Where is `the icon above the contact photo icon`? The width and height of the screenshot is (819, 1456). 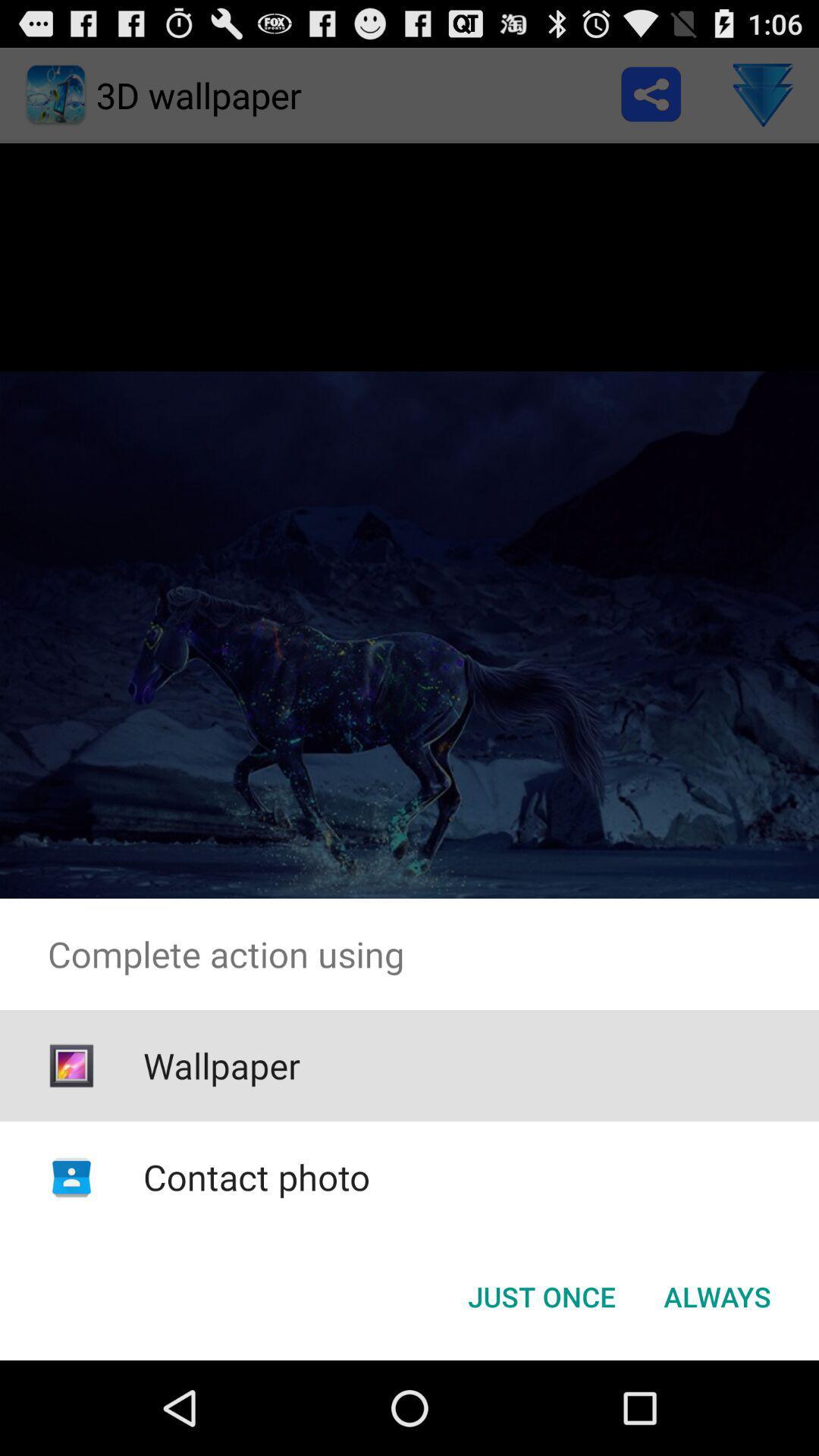
the icon above the contact photo icon is located at coordinates (221, 1065).